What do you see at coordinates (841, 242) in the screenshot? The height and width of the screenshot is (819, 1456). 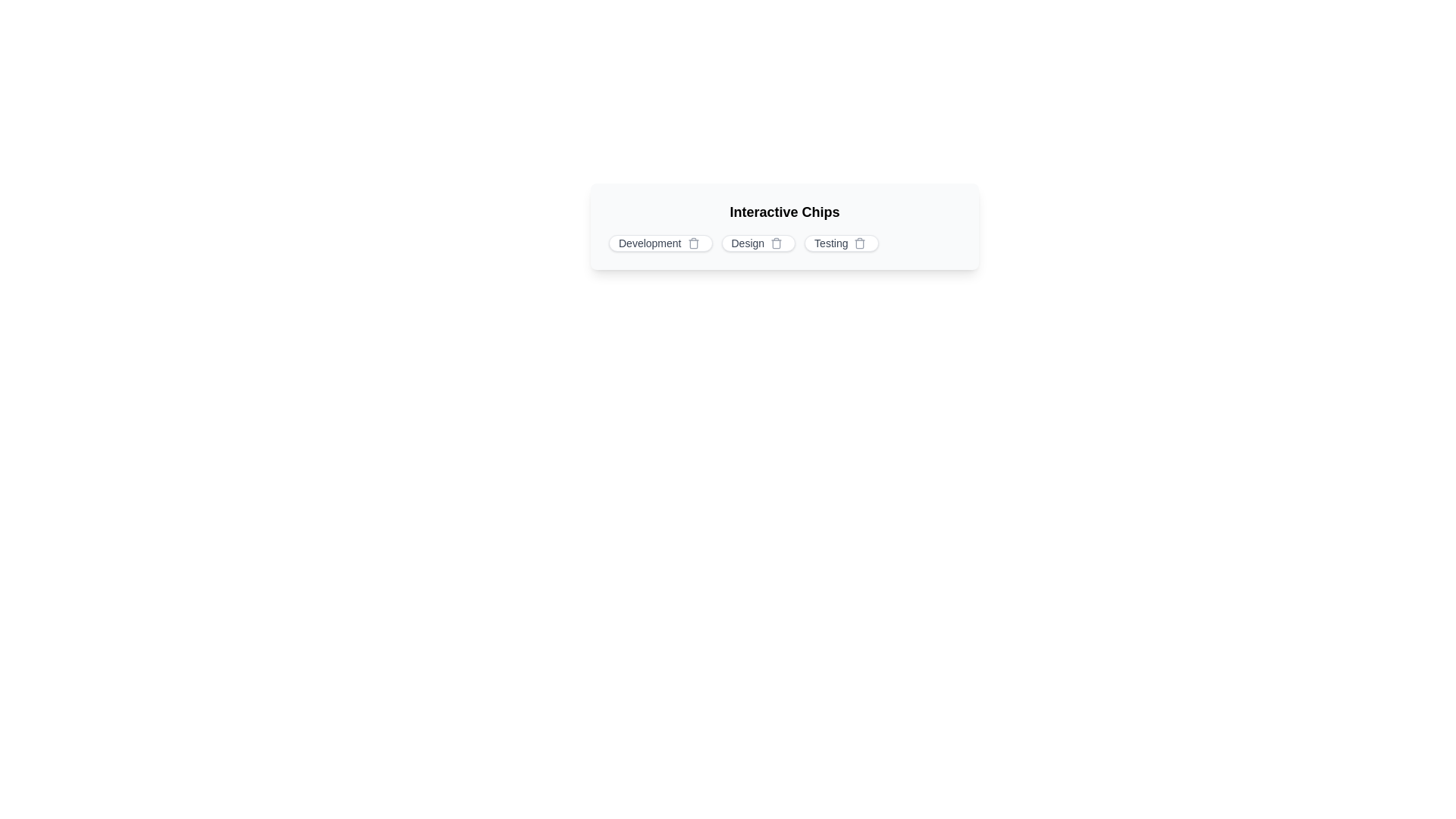 I see `the chip labeled Testing to display its tooltip` at bounding box center [841, 242].